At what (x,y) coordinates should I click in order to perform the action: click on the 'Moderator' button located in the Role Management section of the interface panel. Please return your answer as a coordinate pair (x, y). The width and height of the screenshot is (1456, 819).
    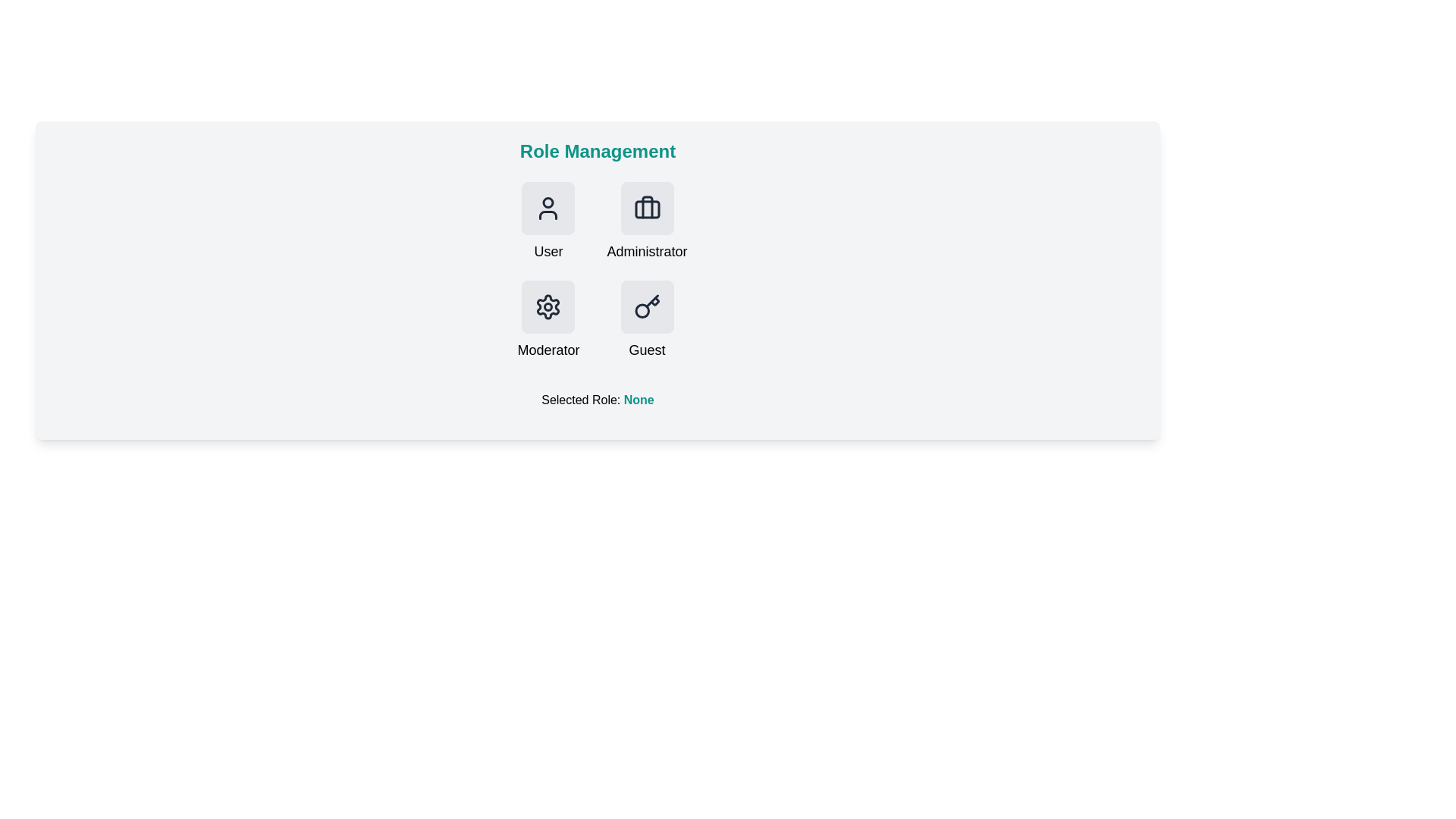
    Looking at the image, I should click on (548, 307).